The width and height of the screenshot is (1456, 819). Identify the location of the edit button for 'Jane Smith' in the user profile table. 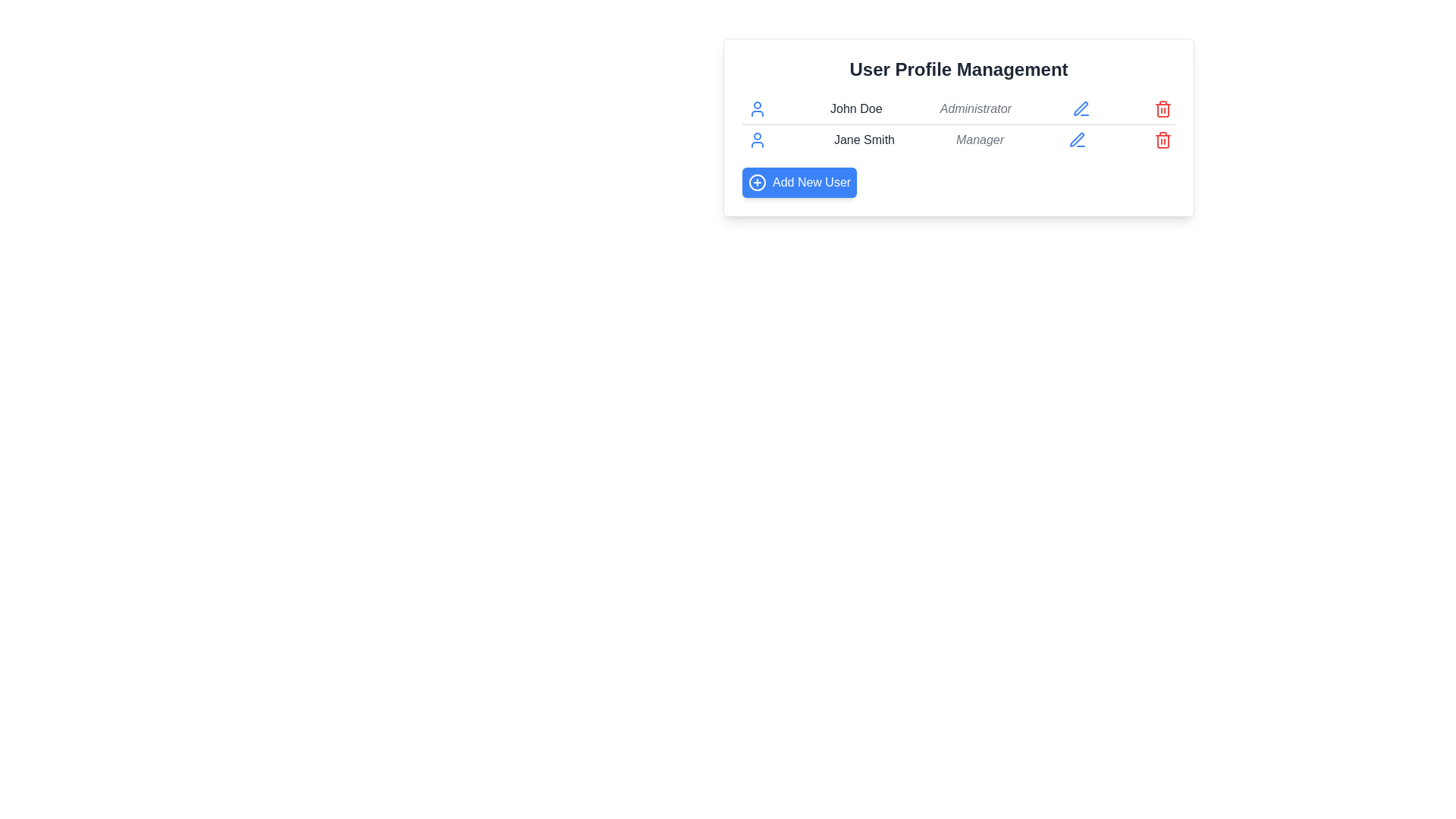
(1076, 140).